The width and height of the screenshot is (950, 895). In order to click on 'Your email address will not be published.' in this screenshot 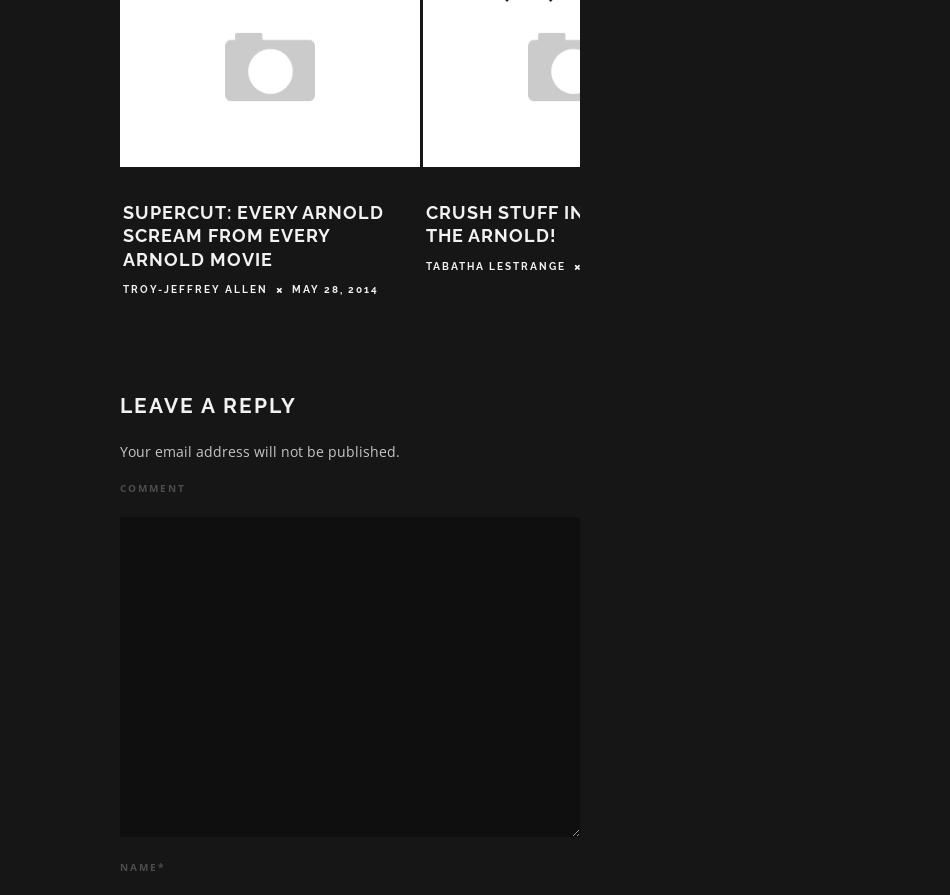, I will do `click(119, 456)`.